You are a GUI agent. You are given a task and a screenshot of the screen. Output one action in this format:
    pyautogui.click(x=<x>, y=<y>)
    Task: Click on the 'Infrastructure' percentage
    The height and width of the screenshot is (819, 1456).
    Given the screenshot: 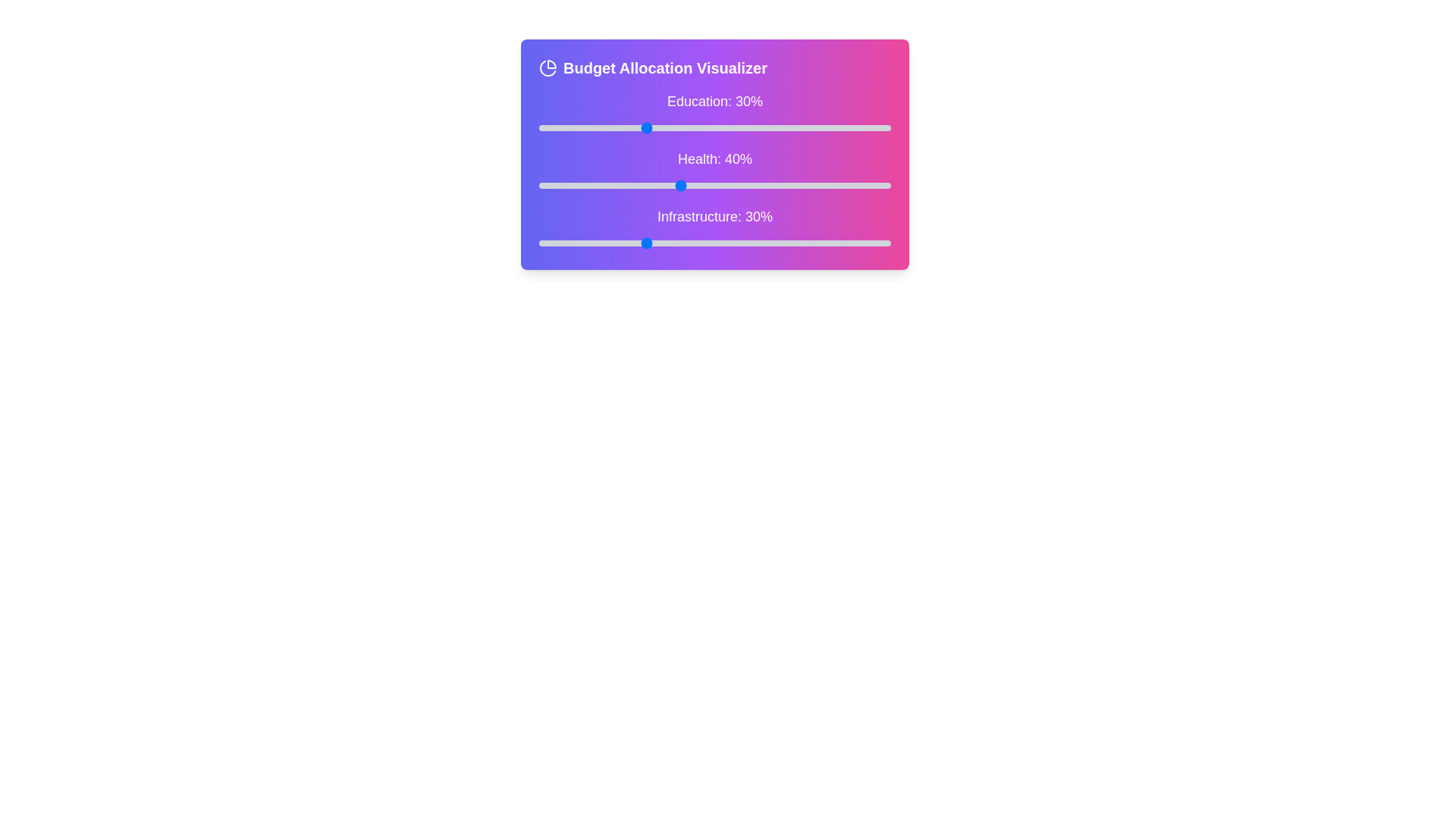 What is the action you would take?
    pyautogui.click(x=848, y=242)
    